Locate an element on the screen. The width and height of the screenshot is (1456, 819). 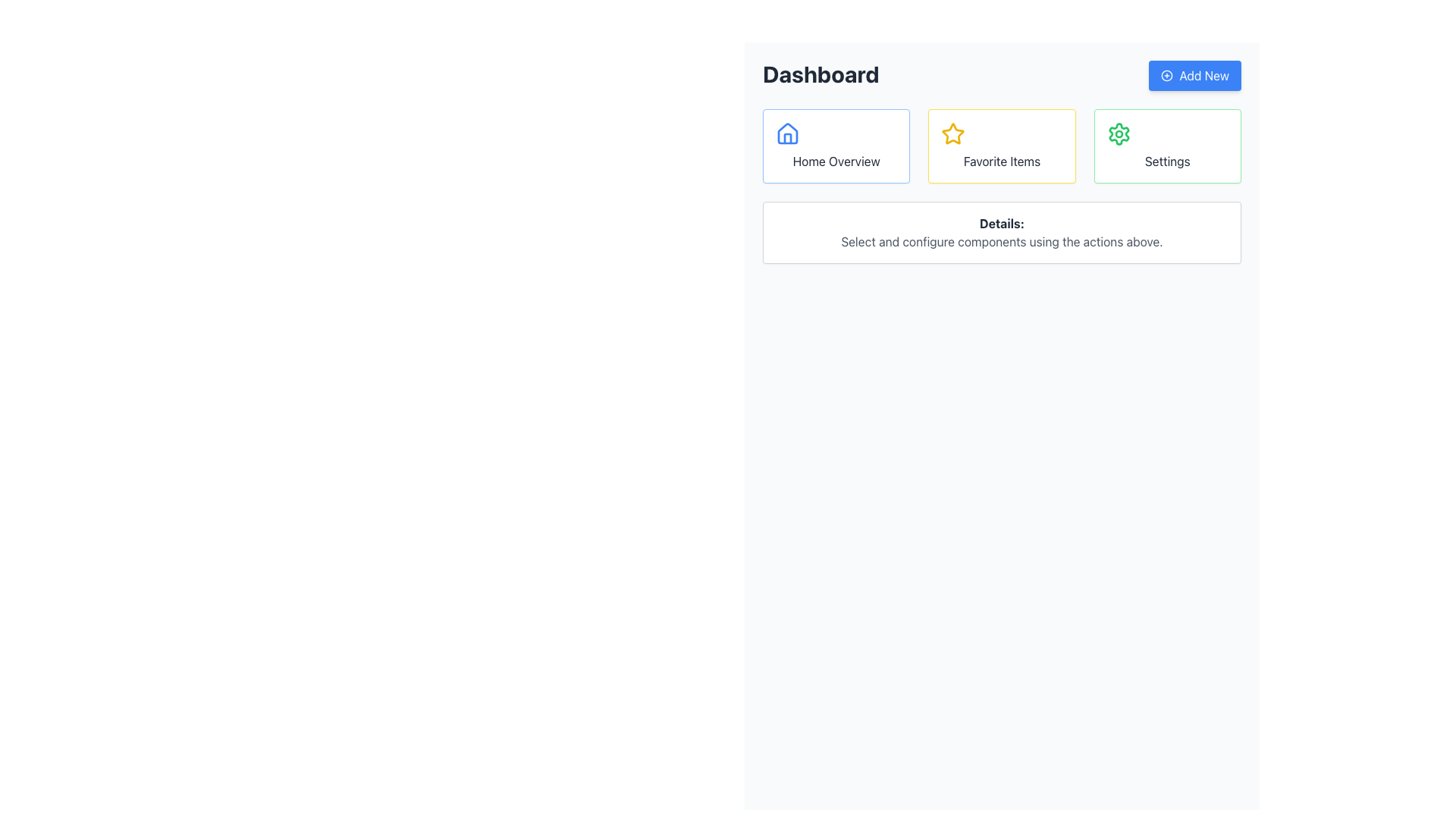
the settings icon located at the center of the 'Settings' button, which is the third button from the left under the 'Dashboard' heading is located at coordinates (1119, 133).